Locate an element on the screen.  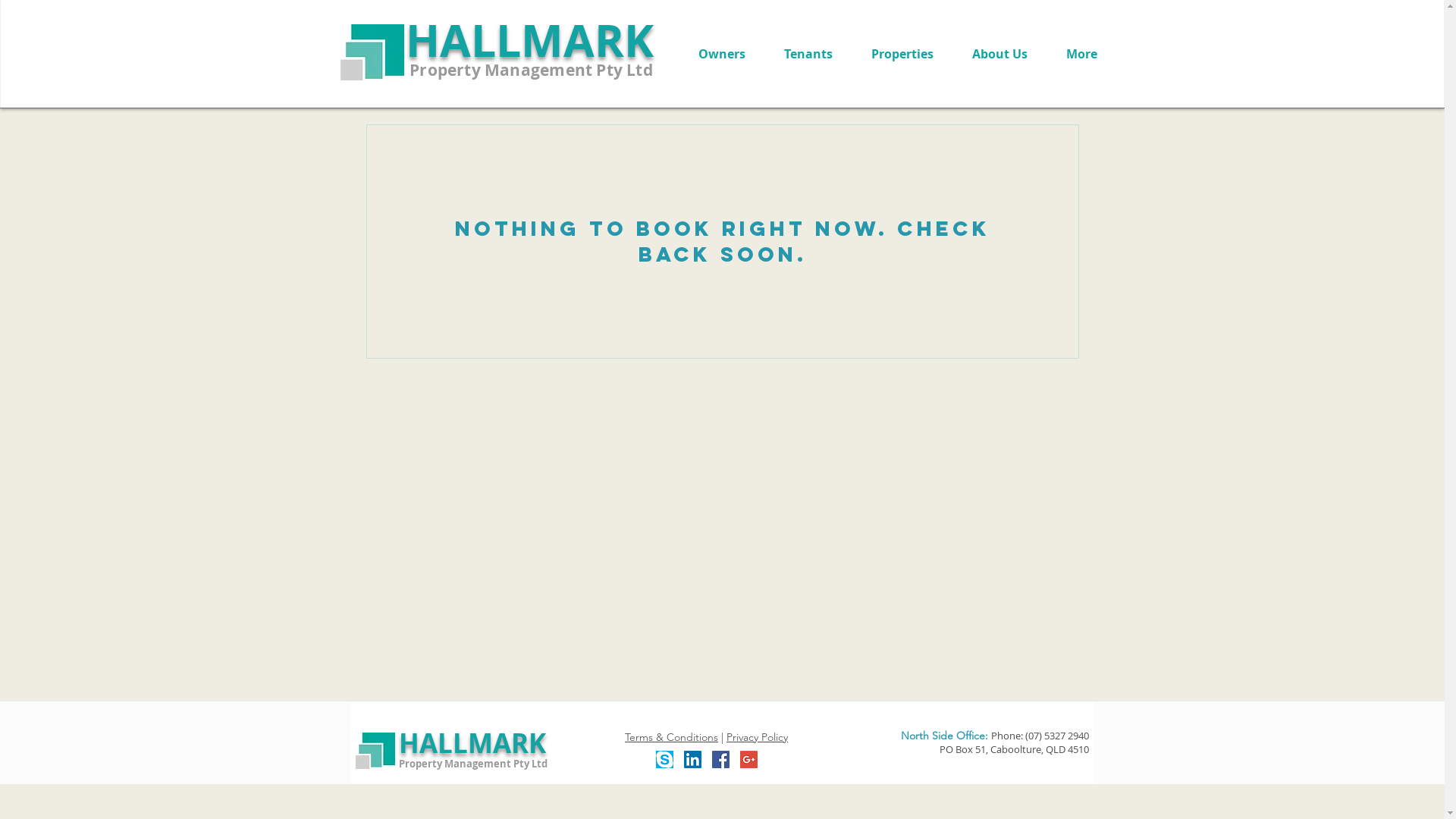
'Owners' is located at coordinates (721, 52).